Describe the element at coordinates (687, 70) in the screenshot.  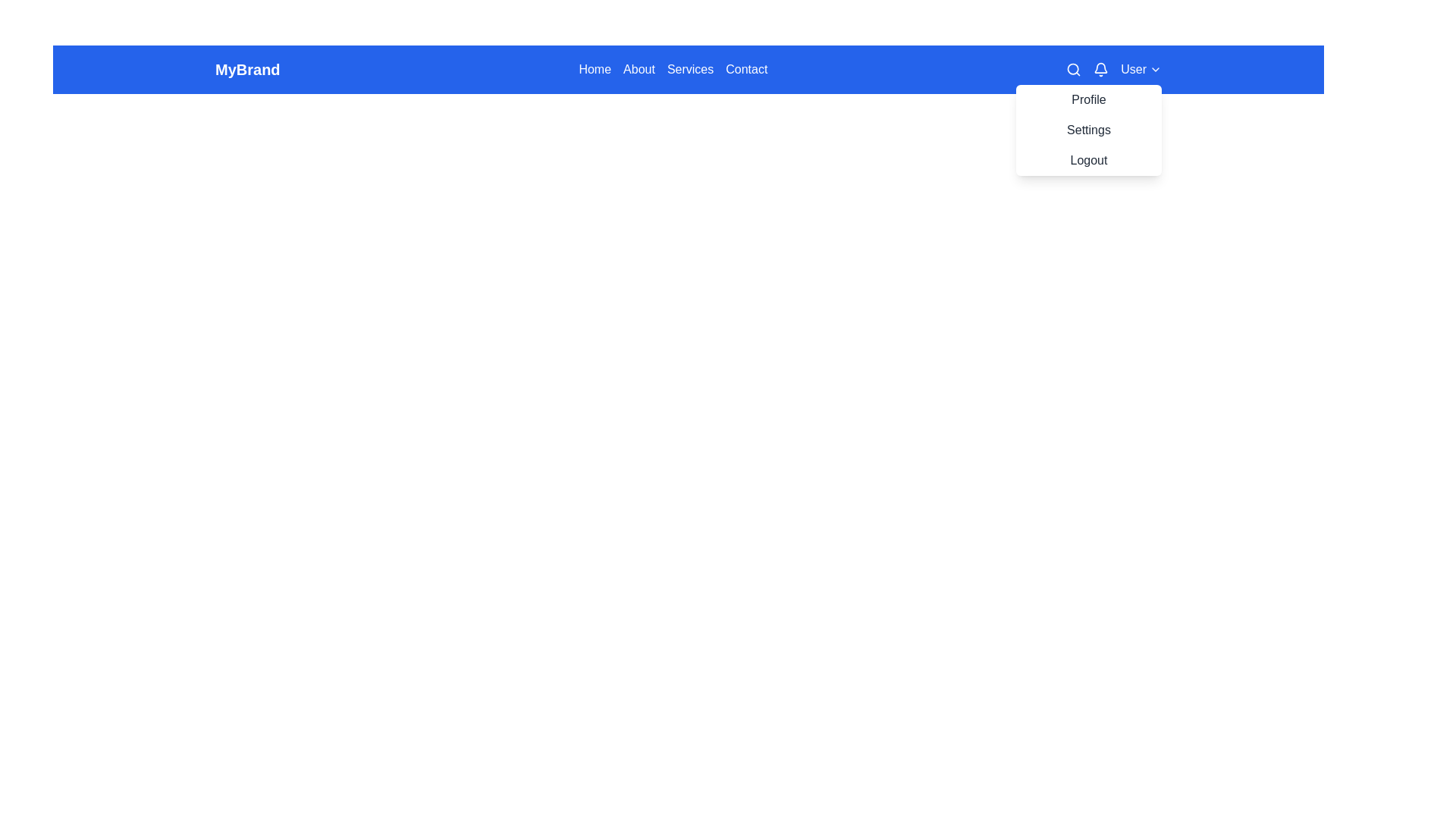
I see `the blue rectangular button labeled 'Services' in the top navigation bar` at that location.